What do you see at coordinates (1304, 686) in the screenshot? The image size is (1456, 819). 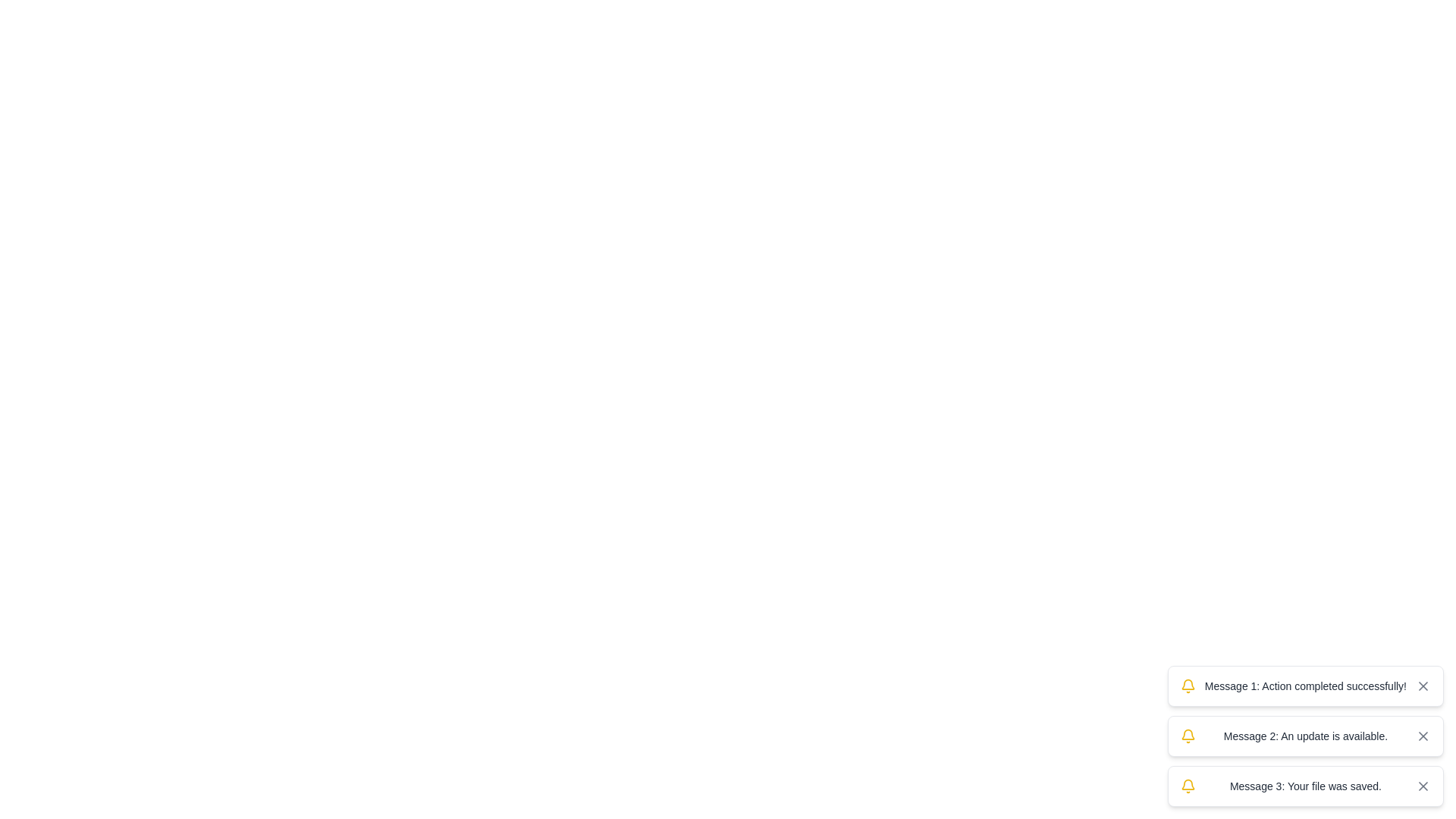 I see `the text label element that displays 'Message 1: Action completed successfully!' which is the primary text content of a notification box` at bounding box center [1304, 686].